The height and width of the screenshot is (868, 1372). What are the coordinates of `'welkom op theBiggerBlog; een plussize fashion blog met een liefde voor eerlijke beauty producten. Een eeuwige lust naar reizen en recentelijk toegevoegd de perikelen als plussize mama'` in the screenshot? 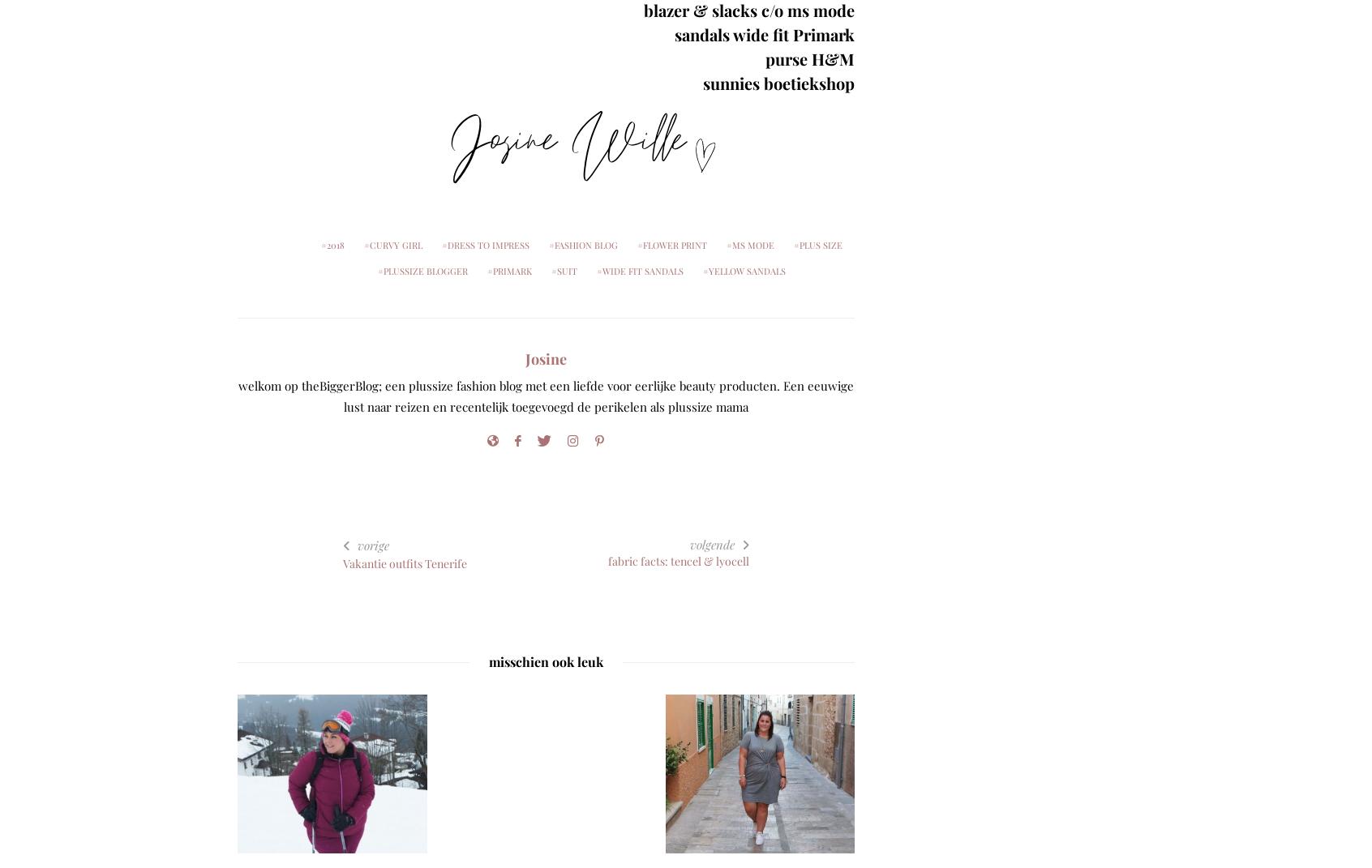 It's located at (237, 396).